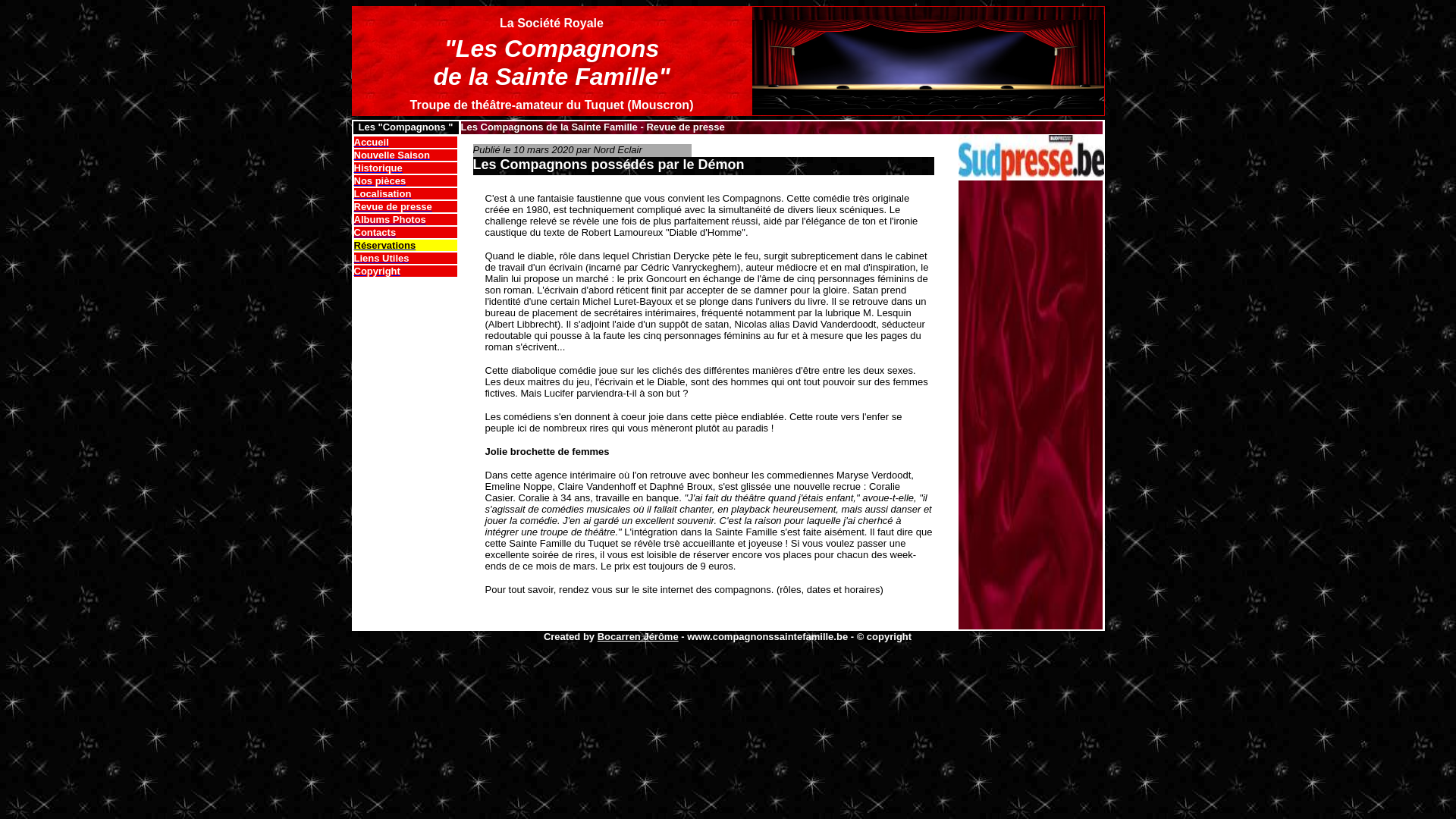 This screenshot has height=819, width=1456. What do you see at coordinates (376, 269) in the screenshot?
I see `'Copyright'` at bounding box center [376, 269].